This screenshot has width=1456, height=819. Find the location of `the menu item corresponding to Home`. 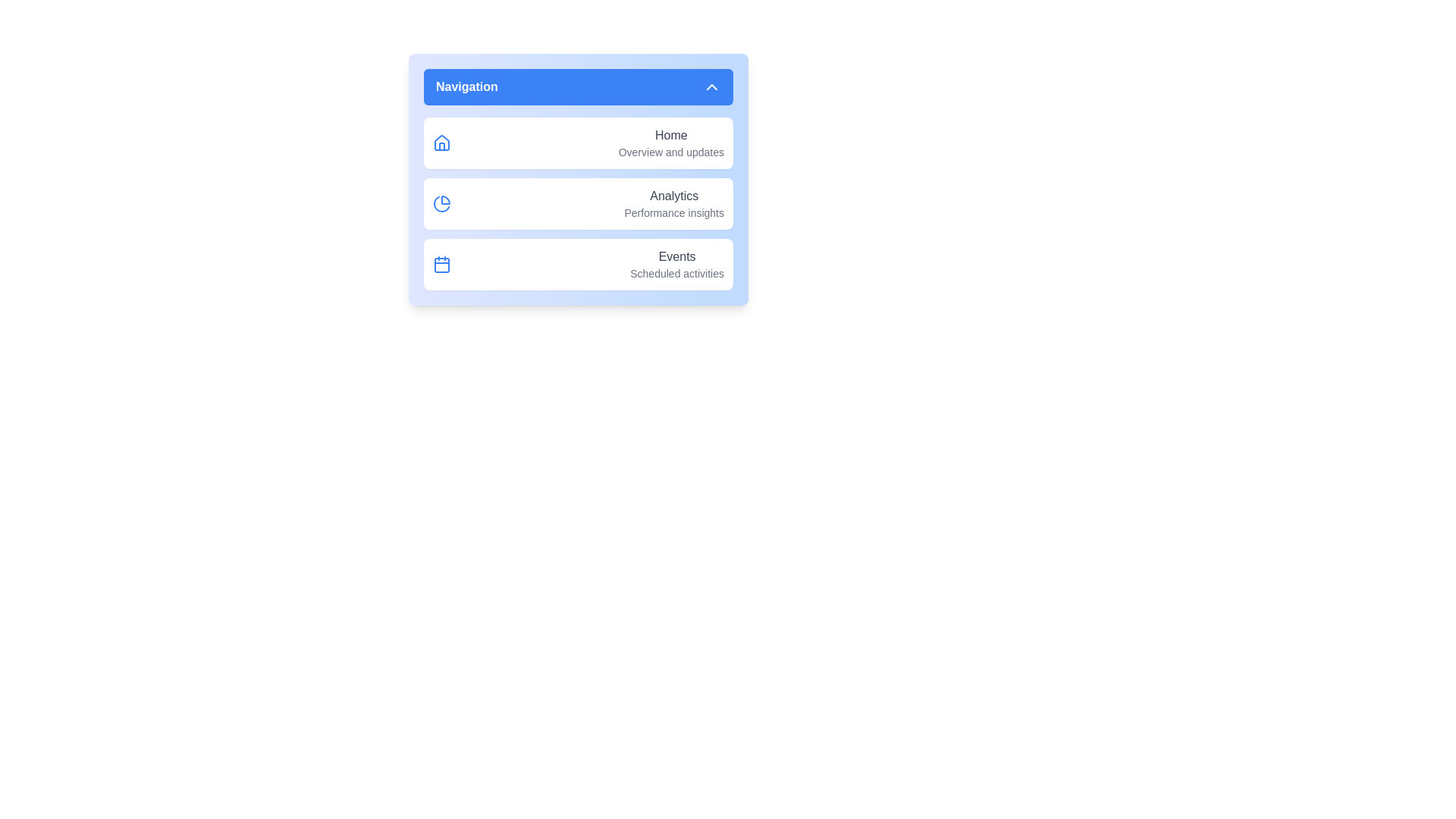

the menu item corresponding to Home is located at coordinates (465, 143).